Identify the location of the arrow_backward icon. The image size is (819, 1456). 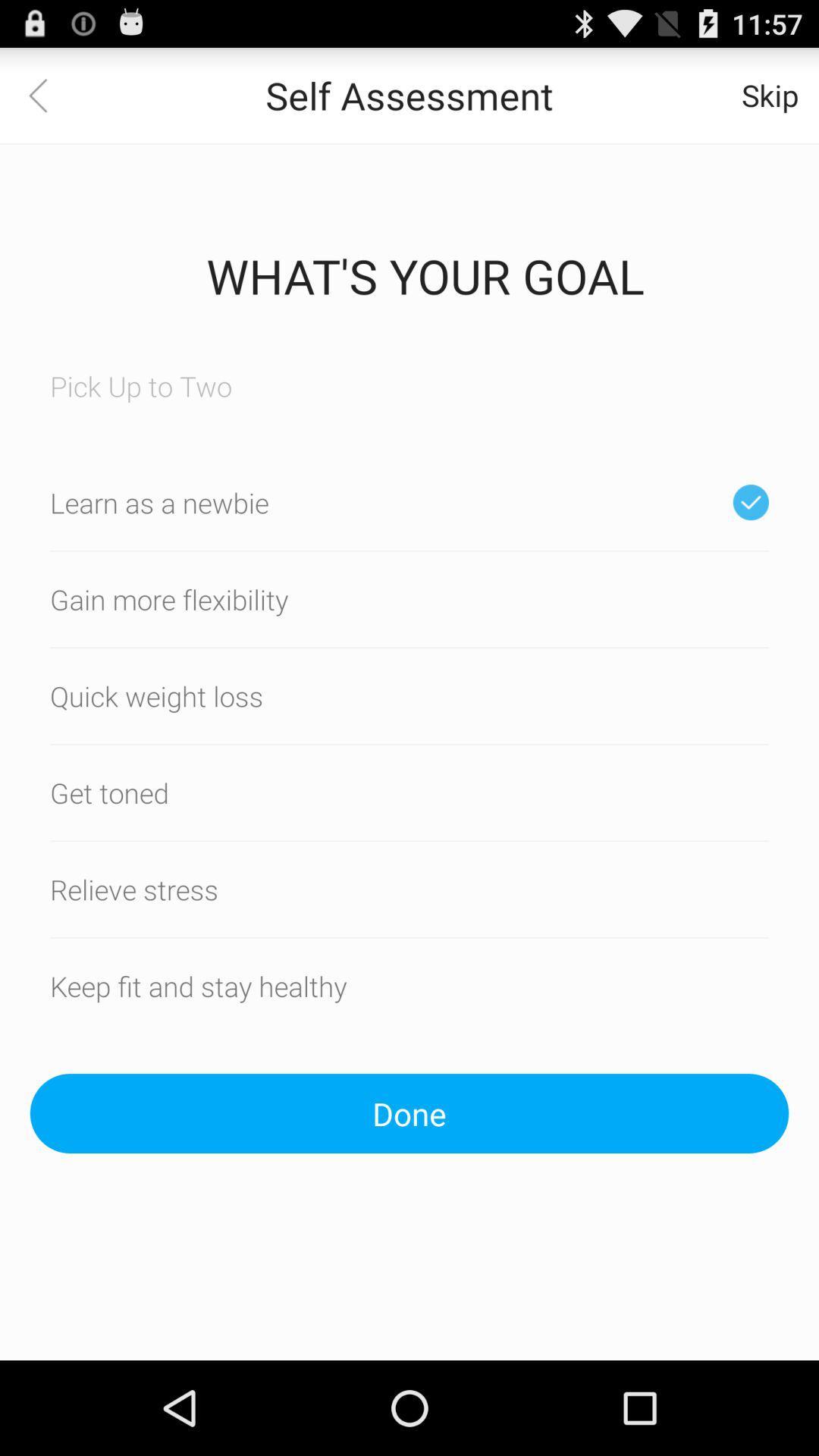
(46, 101).